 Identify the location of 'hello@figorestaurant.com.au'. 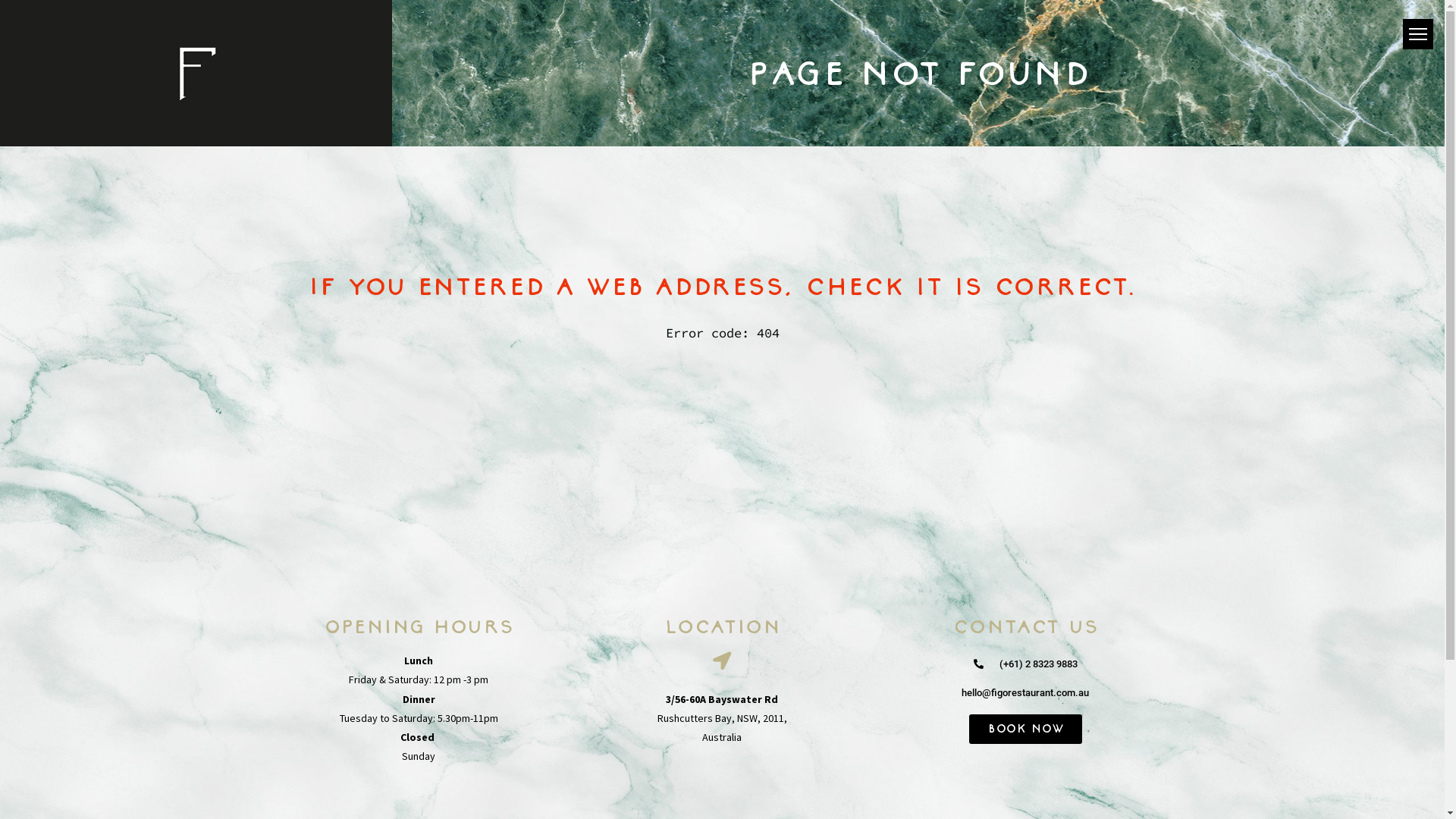
(1025, 692).